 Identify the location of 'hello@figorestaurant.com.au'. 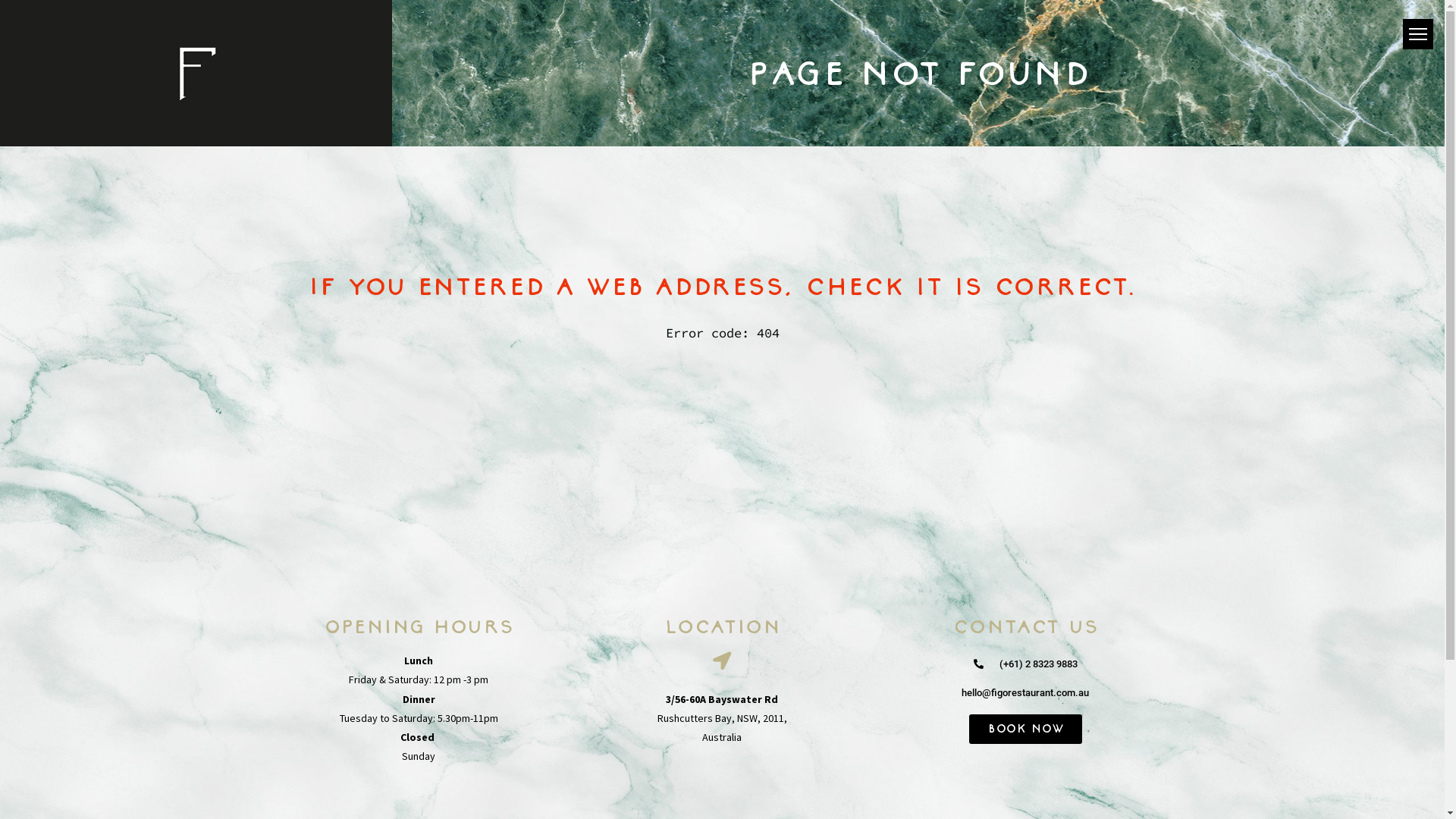
(1025, 692).